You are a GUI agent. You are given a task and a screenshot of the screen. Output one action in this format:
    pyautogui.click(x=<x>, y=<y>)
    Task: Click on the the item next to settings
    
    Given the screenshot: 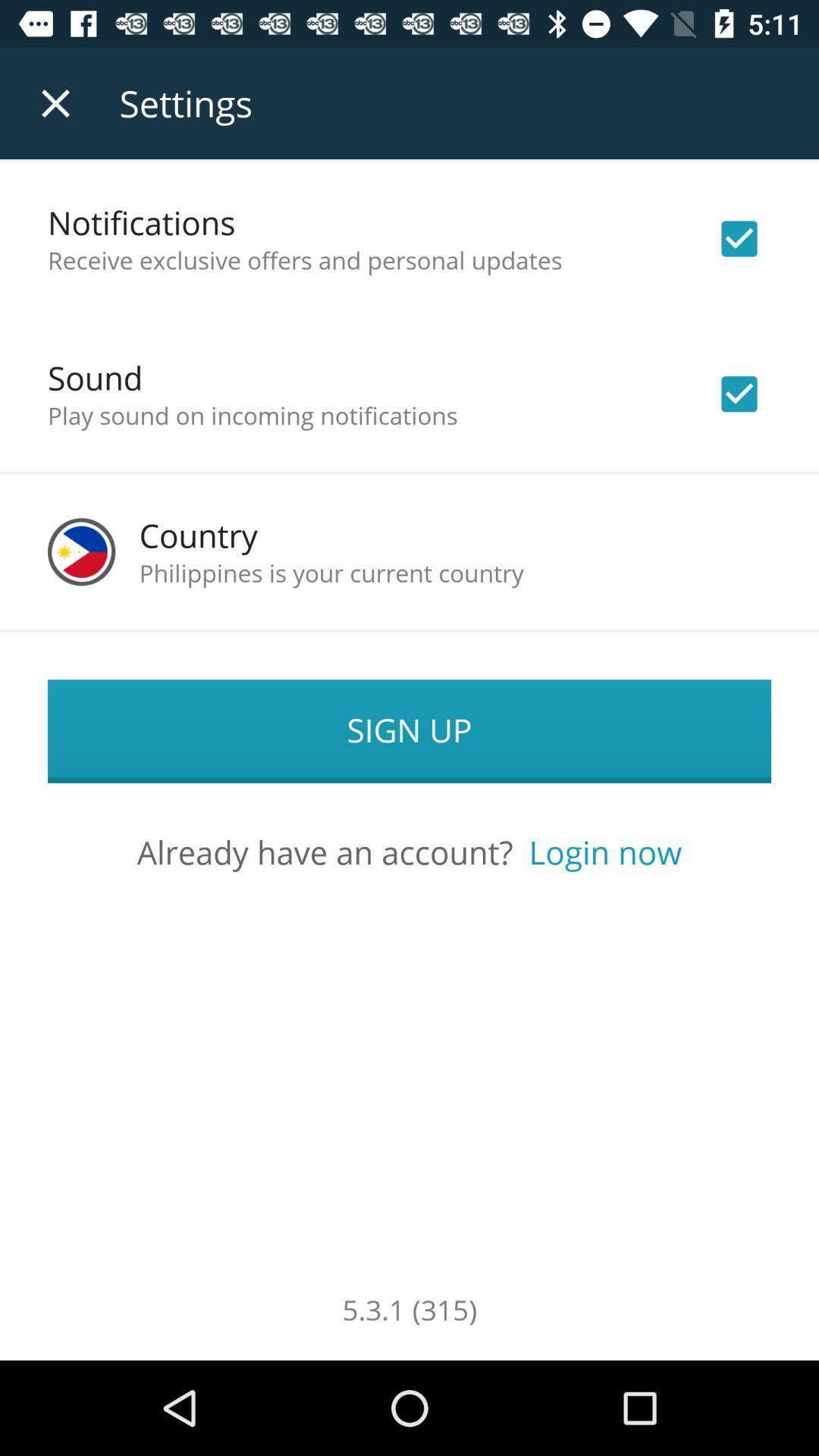 What is the action you would take?
    pyautogui.click(x=55, y=102)
    